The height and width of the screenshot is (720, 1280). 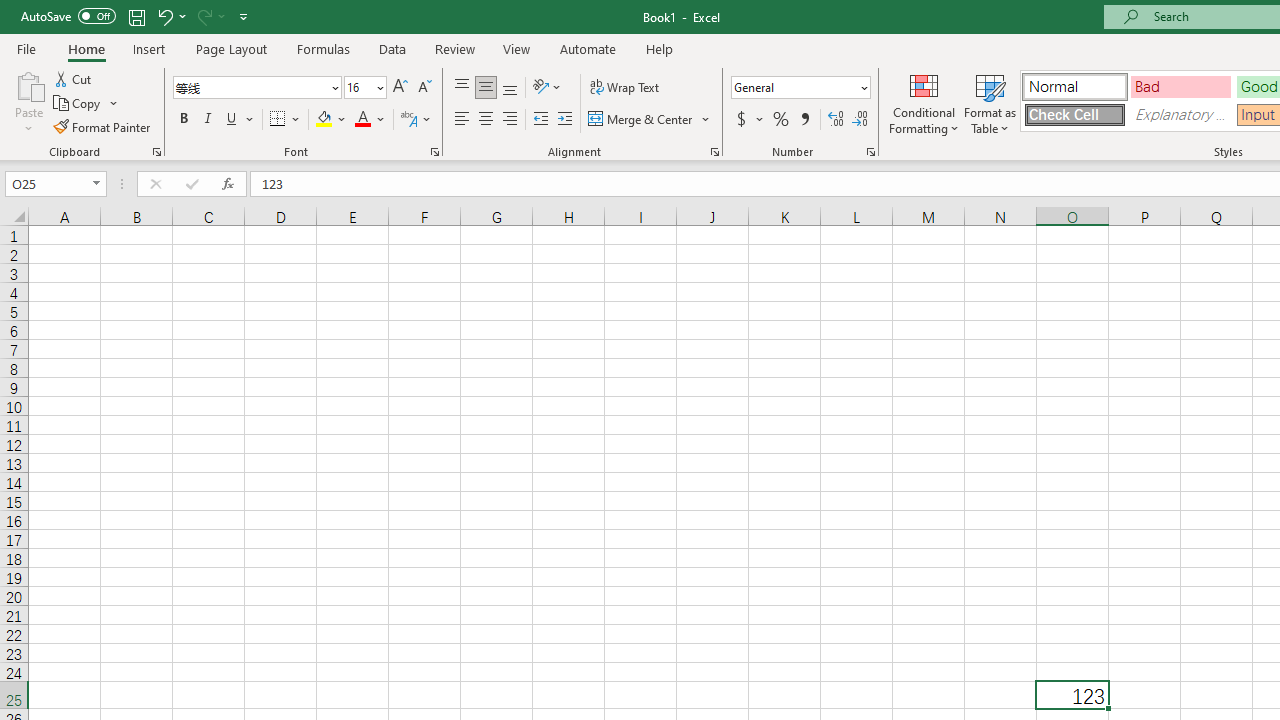 I want to click on 'Percent Style', so click(x=780, y=119).